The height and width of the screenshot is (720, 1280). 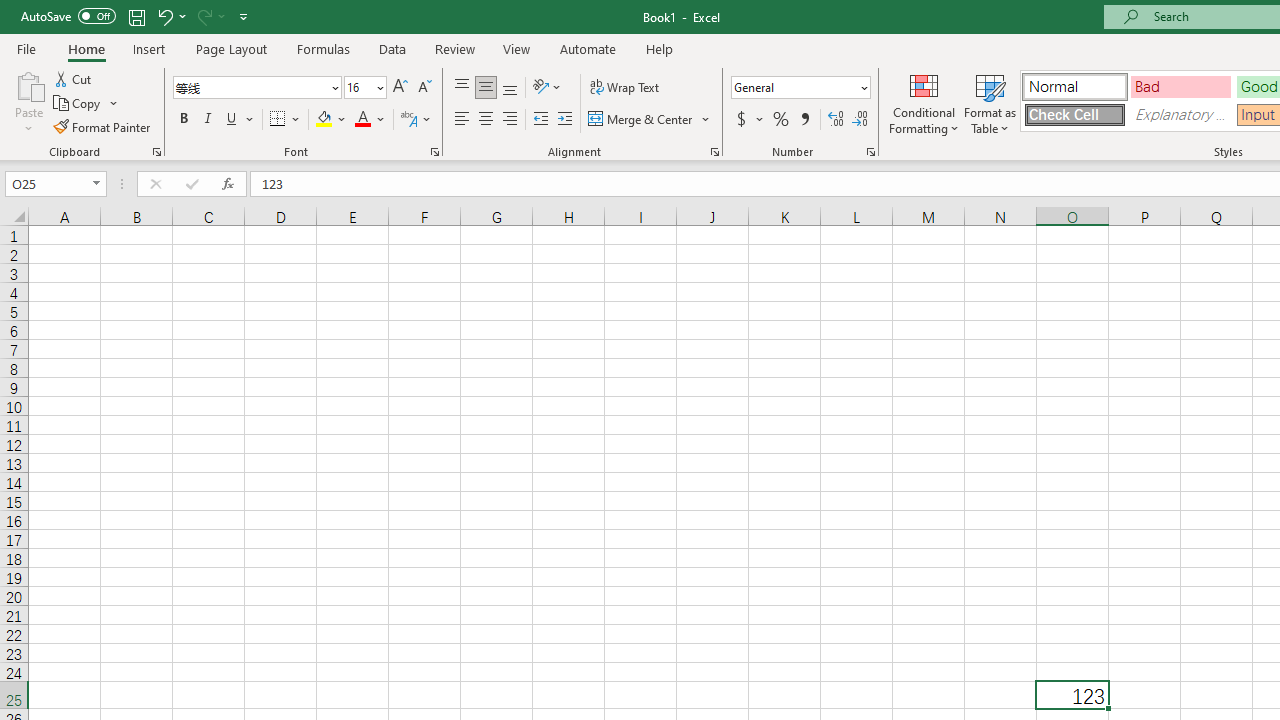 I want to click on 'Percent Style', so click(x=780, y=119).